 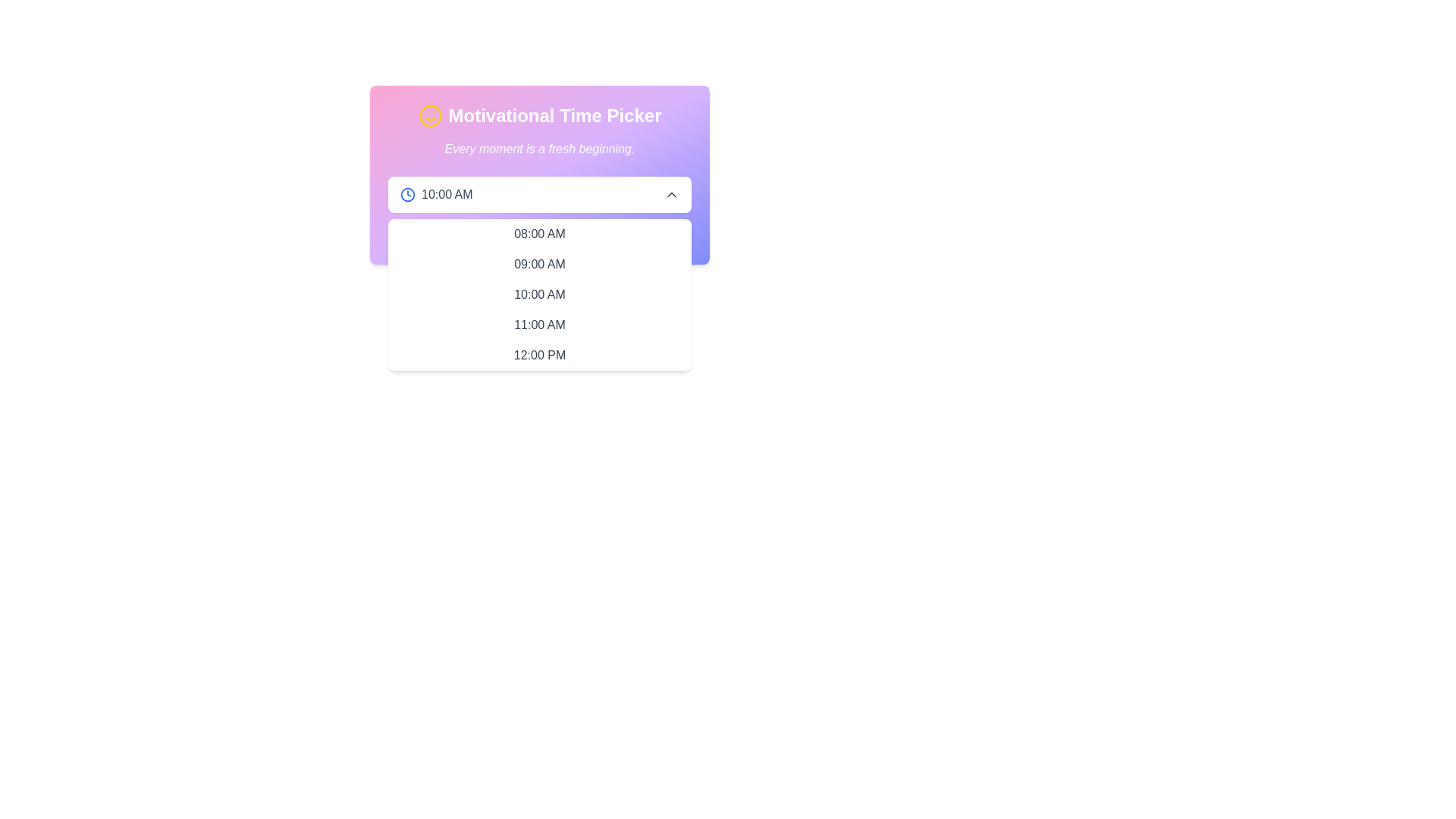 What do you see at coordinates (539, 115) in the screenshot?
I see `the Heading label with an icon at the top of the card component, which serves as a title for the time picker interface` at bounding box center [539, 115].